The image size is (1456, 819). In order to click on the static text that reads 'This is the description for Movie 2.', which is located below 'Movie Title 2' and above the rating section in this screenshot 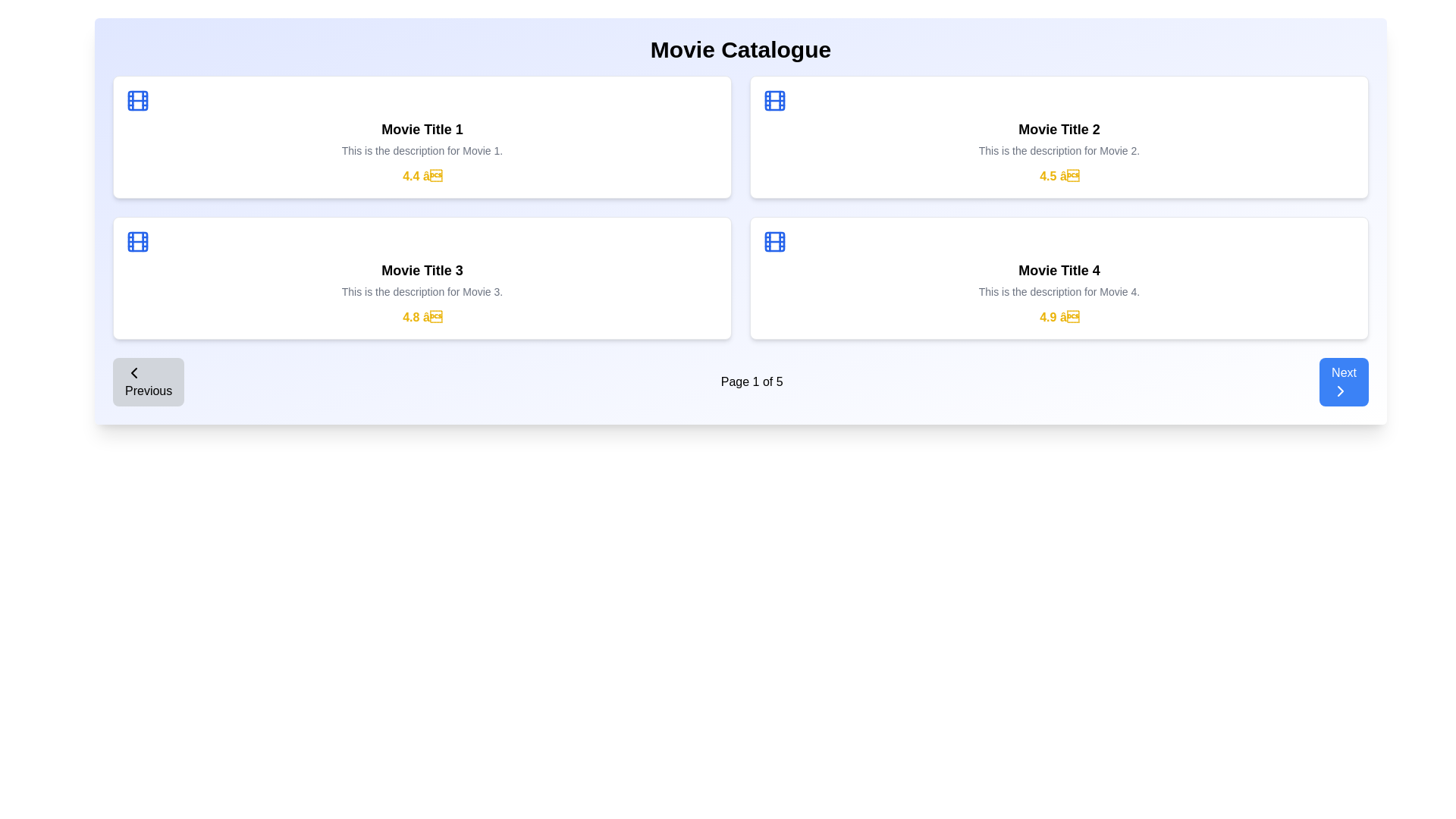, I will do `click(1058, 151)`.